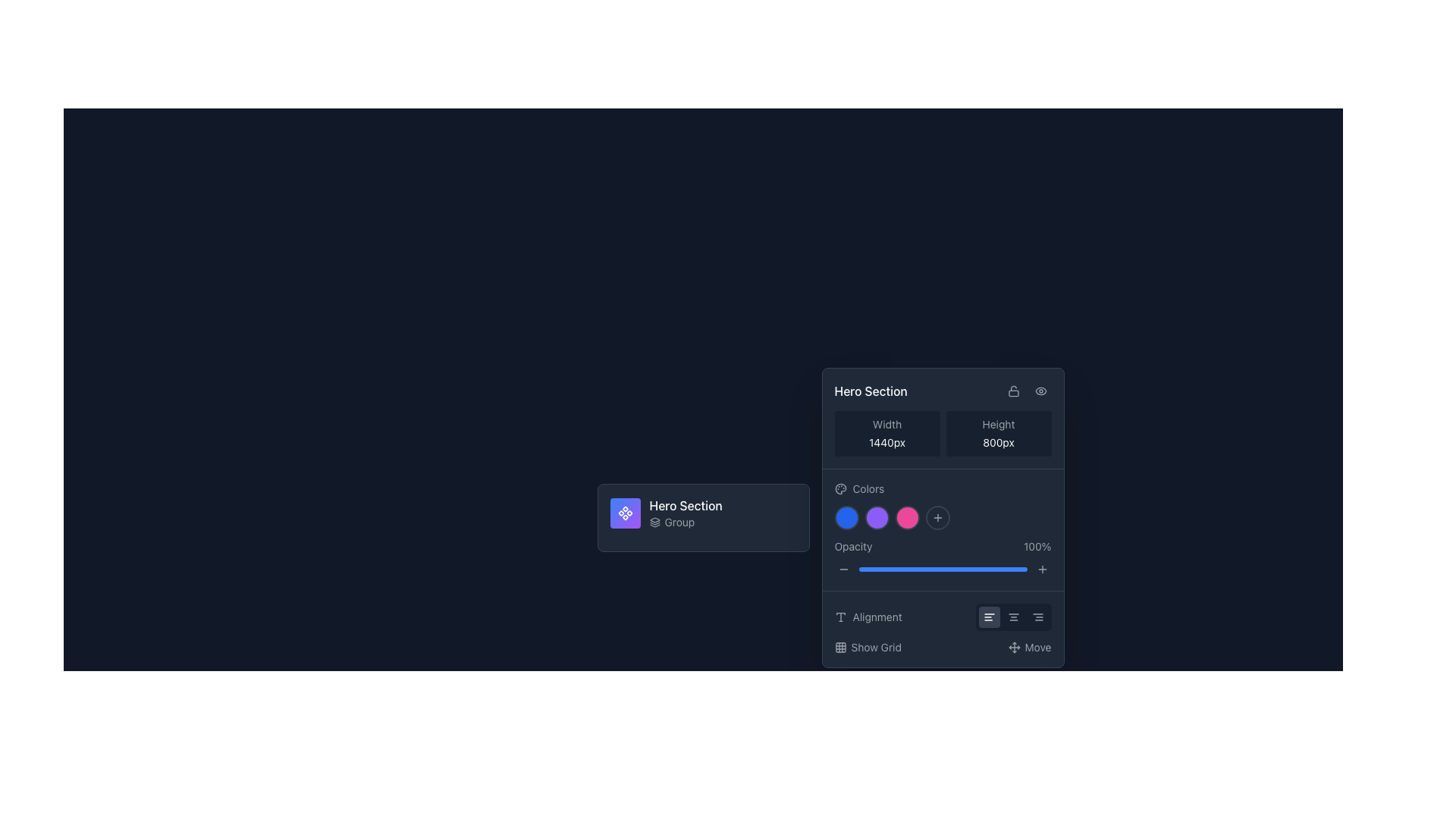  Describe the element at coordinates (1013, 617) in the screenshot. I see `the second button in the alignment options group, which features centered horizontal alignment bars` at that location.